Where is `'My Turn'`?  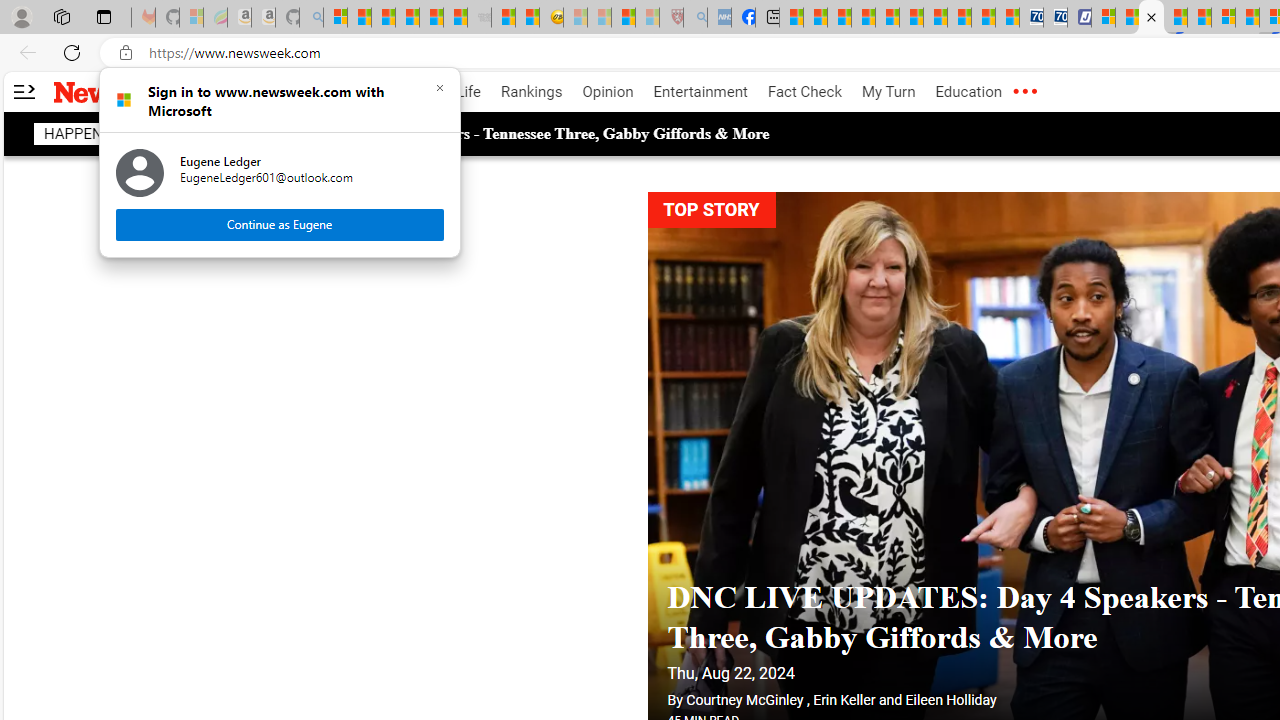
'My Turn' is located at coordinates (887, 92).